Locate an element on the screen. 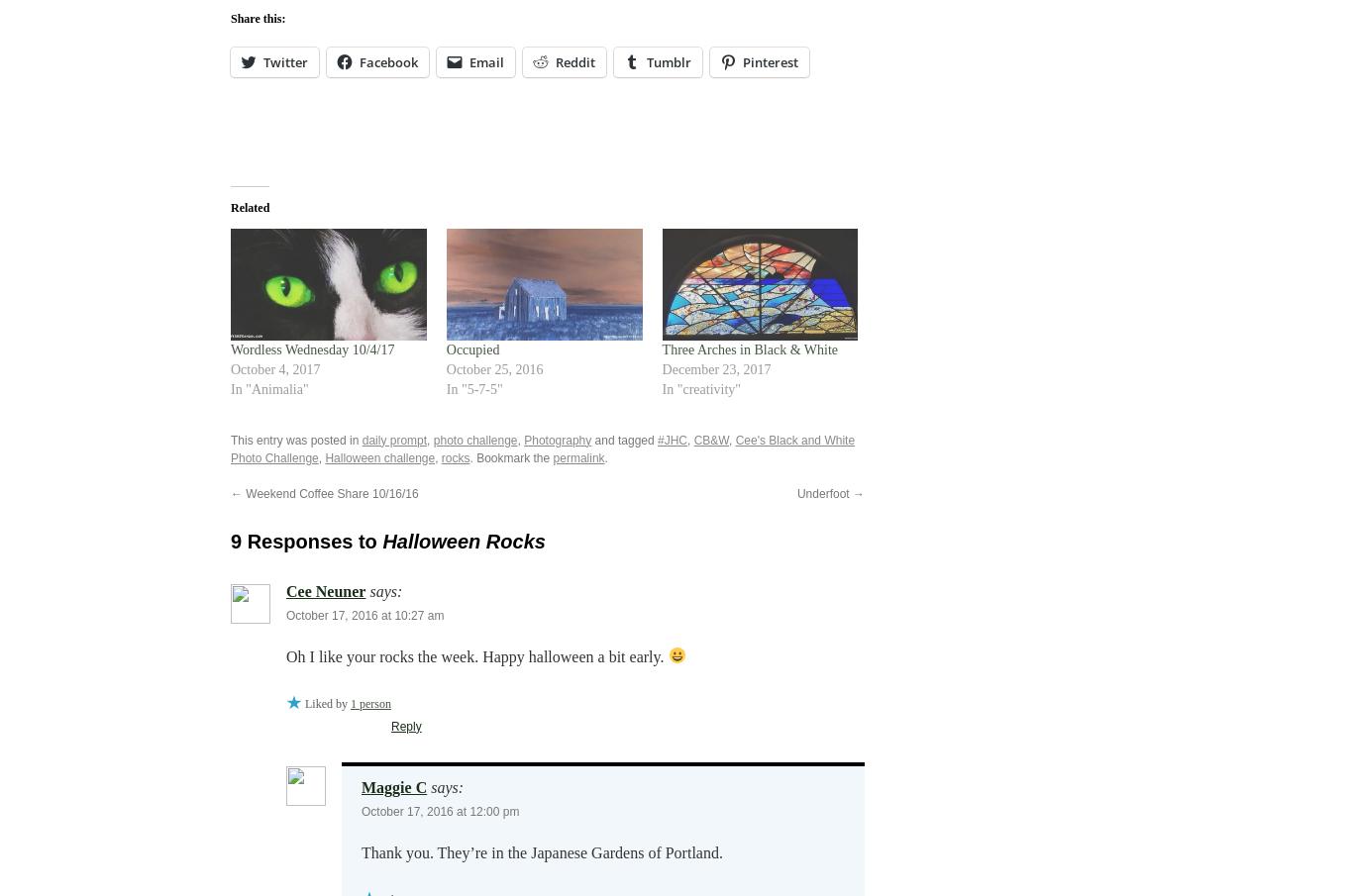 This screenshot has width=1353, height=896. 'October 17, 2016 at 10:27 am' is located at coordinates (286, 614).